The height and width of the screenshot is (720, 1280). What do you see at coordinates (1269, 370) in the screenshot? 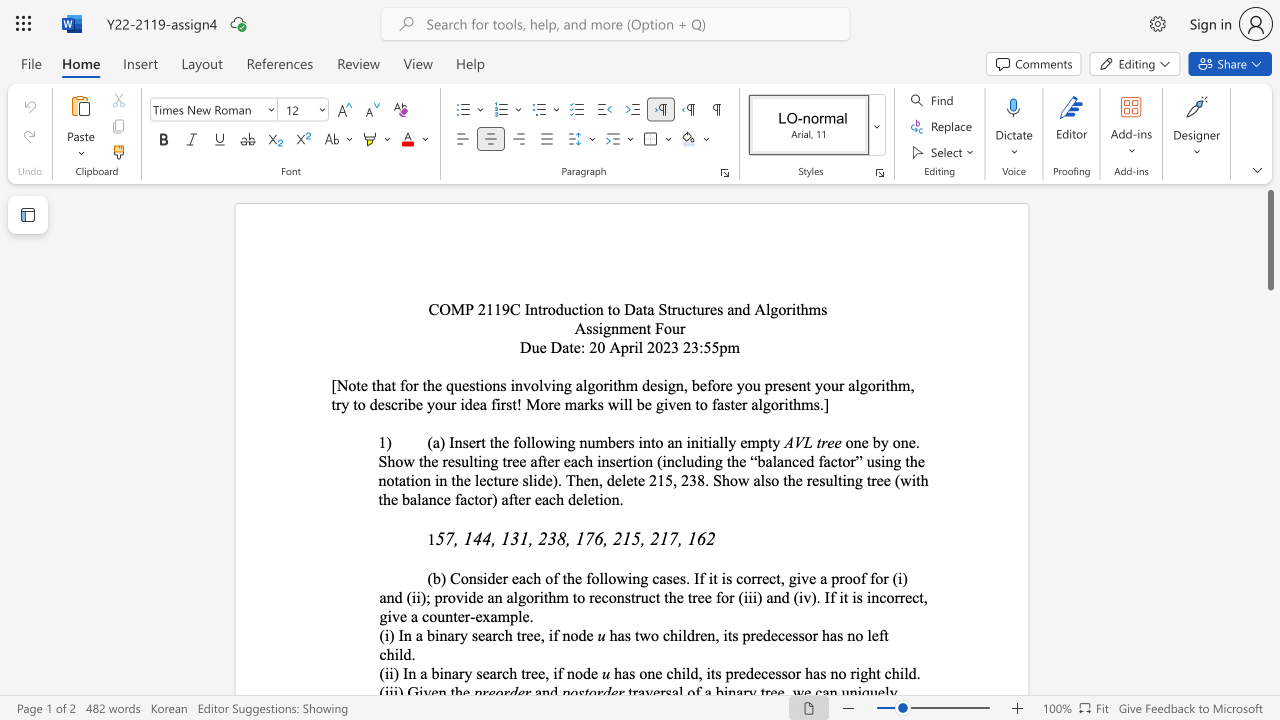
I see `the scrollbar on the side` at bounding box center [1269, 370].